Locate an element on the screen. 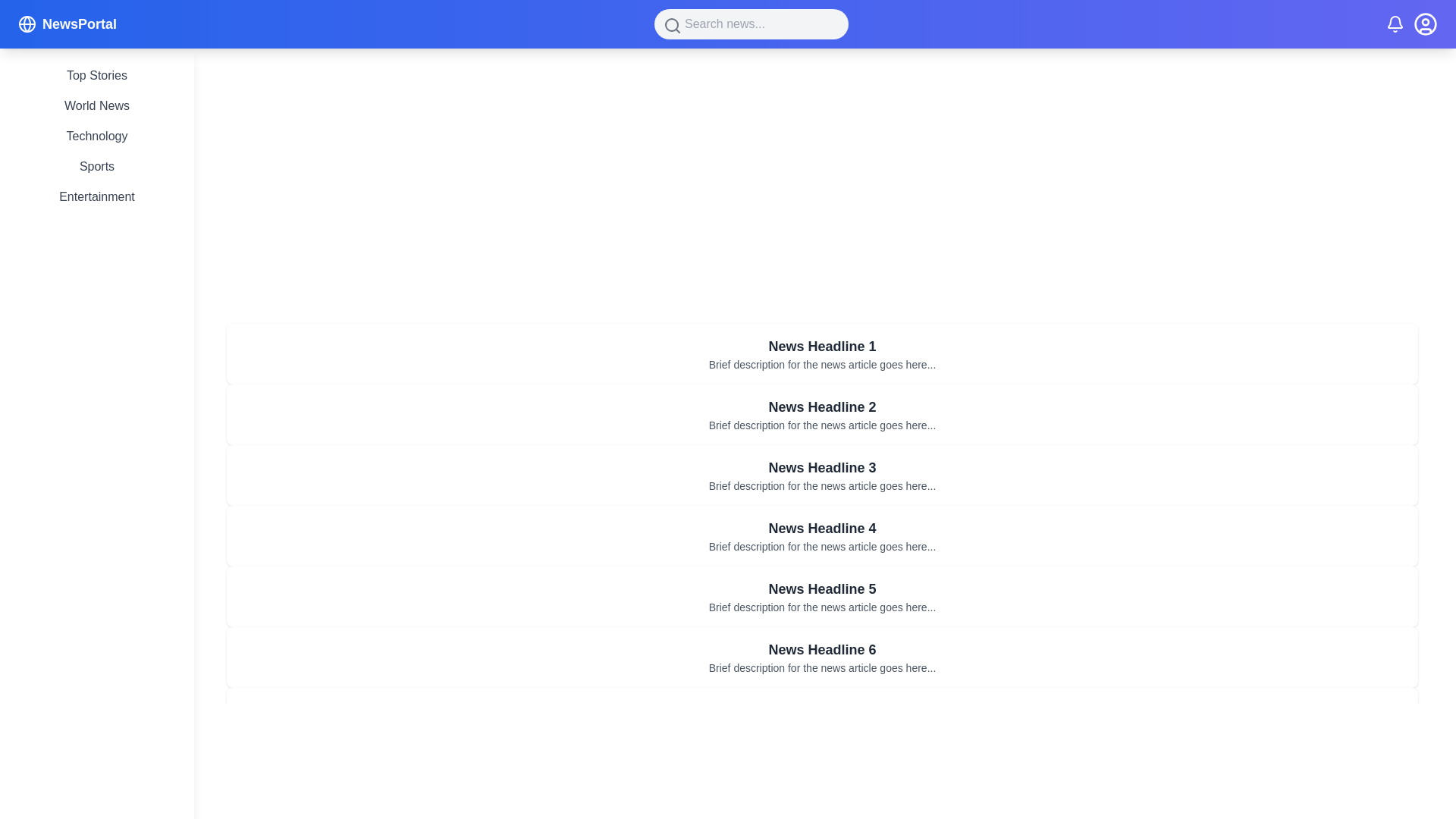 This screenshot has height=819, width=1456. the 'Technology' navigation link in the left sidebar is located at coordinates (96, 136).